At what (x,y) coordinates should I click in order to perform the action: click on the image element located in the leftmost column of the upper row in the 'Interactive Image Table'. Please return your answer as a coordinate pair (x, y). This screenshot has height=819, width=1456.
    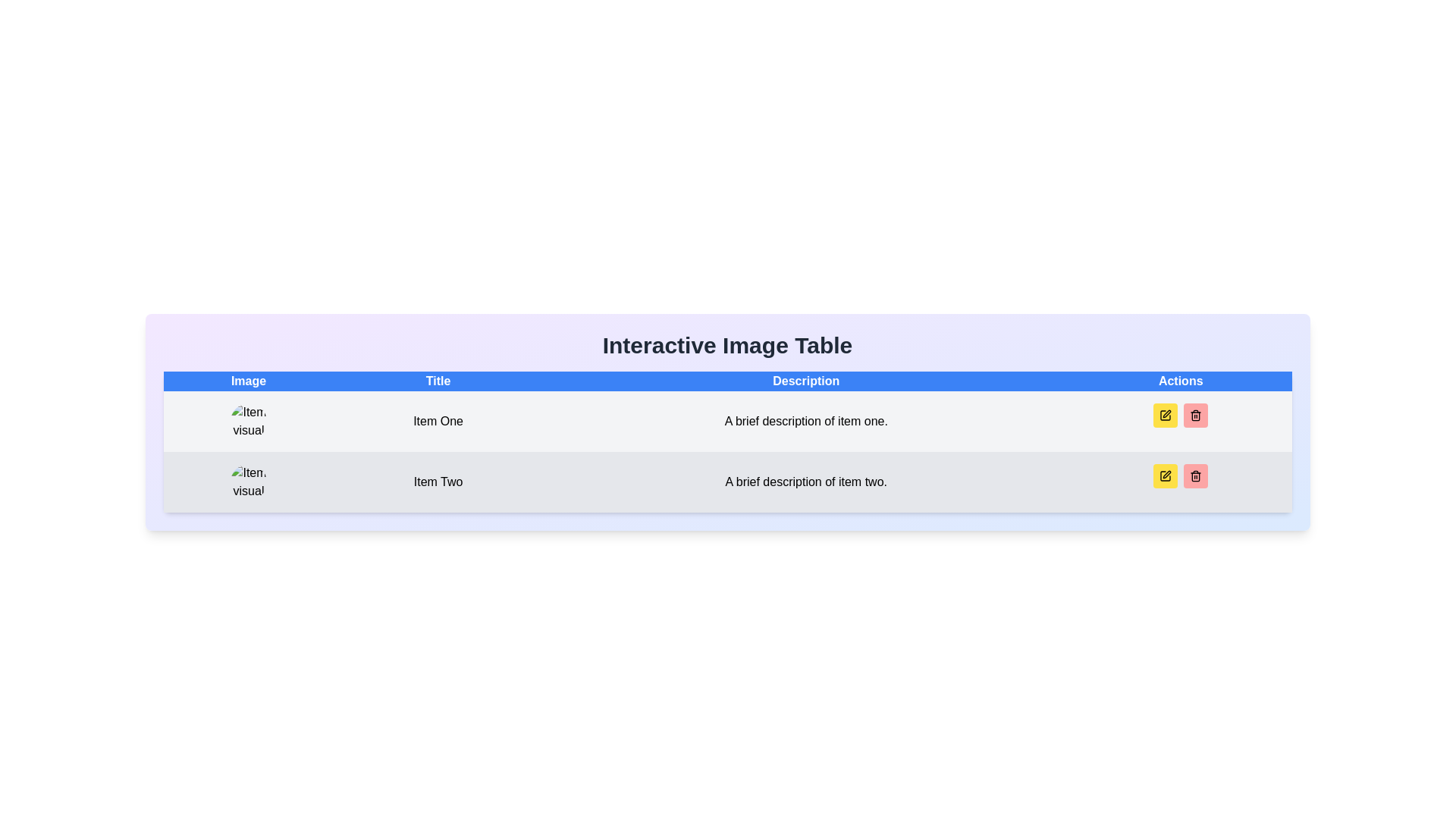
    Looking at the image, I should click on (248, 421).